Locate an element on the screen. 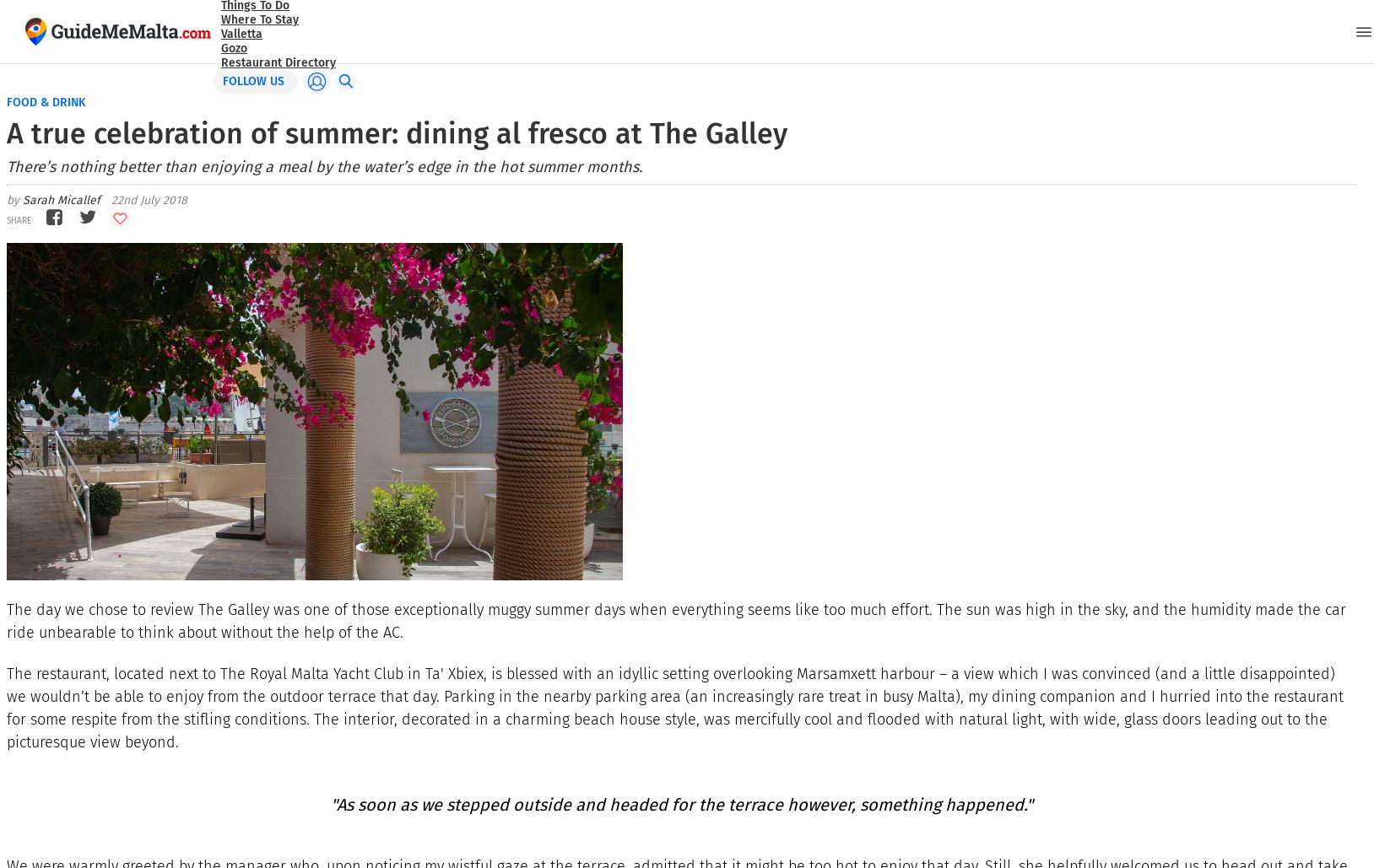  'SEARCH' is located at coordinates (51, 46).